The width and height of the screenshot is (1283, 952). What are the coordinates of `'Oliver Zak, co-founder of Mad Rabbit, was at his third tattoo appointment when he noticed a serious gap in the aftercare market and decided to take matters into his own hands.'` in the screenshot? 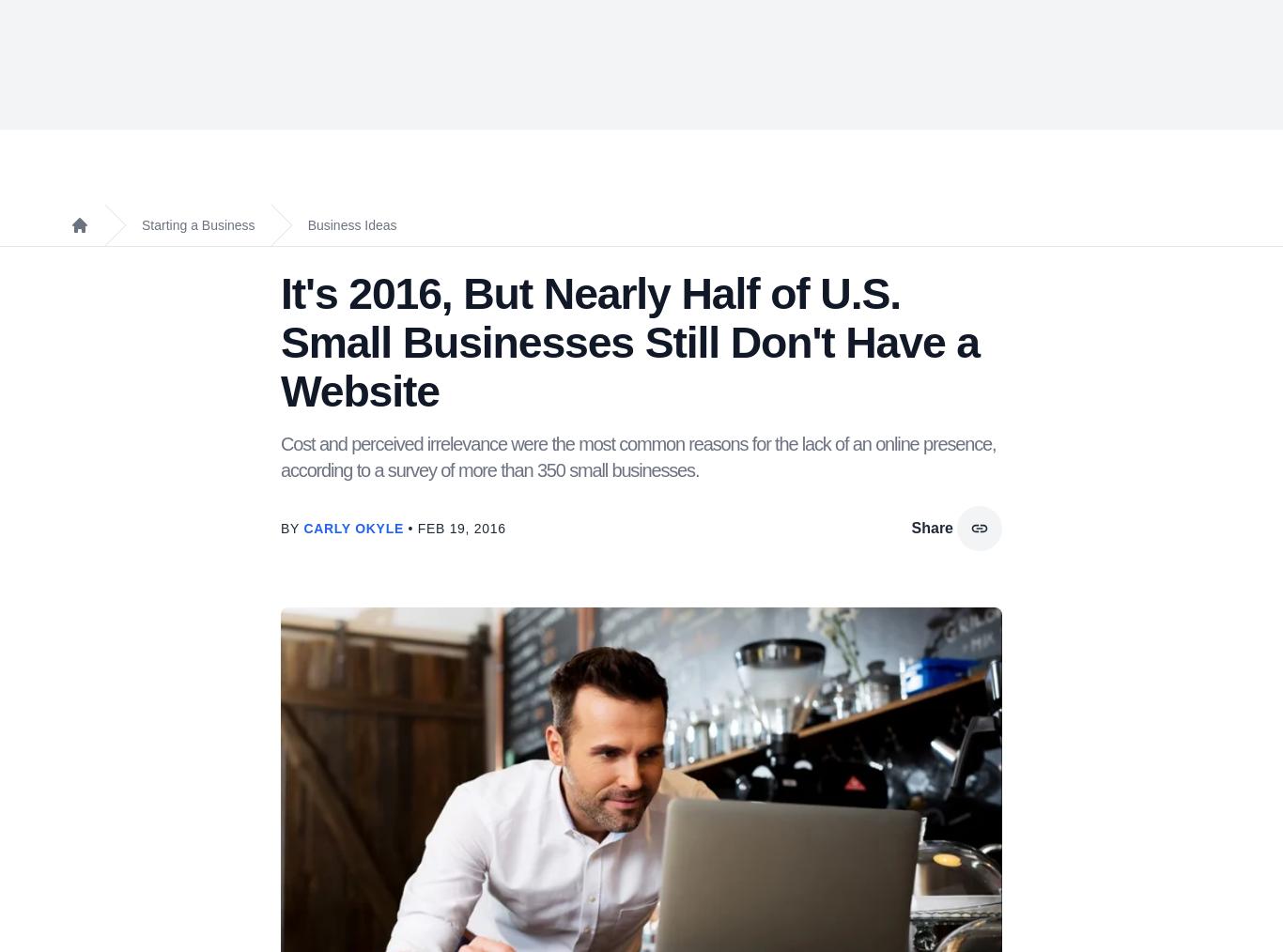 It's located at (570, 495).